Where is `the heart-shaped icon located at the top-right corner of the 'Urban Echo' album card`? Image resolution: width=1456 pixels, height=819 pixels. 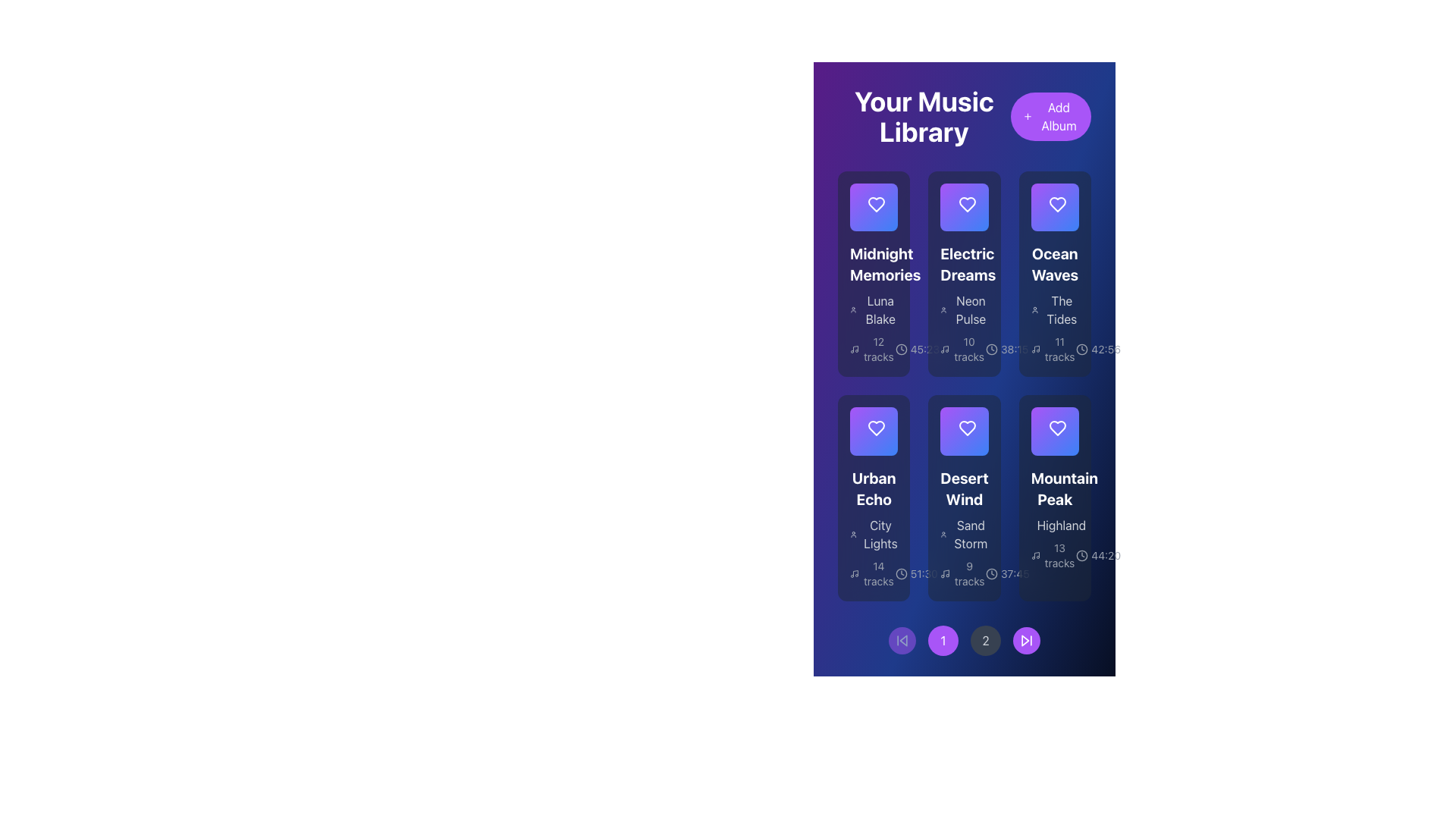
the heart-shaped icon located at the top-right corner of the 'Urban Echo' album card is located at coordinates (877, 431).